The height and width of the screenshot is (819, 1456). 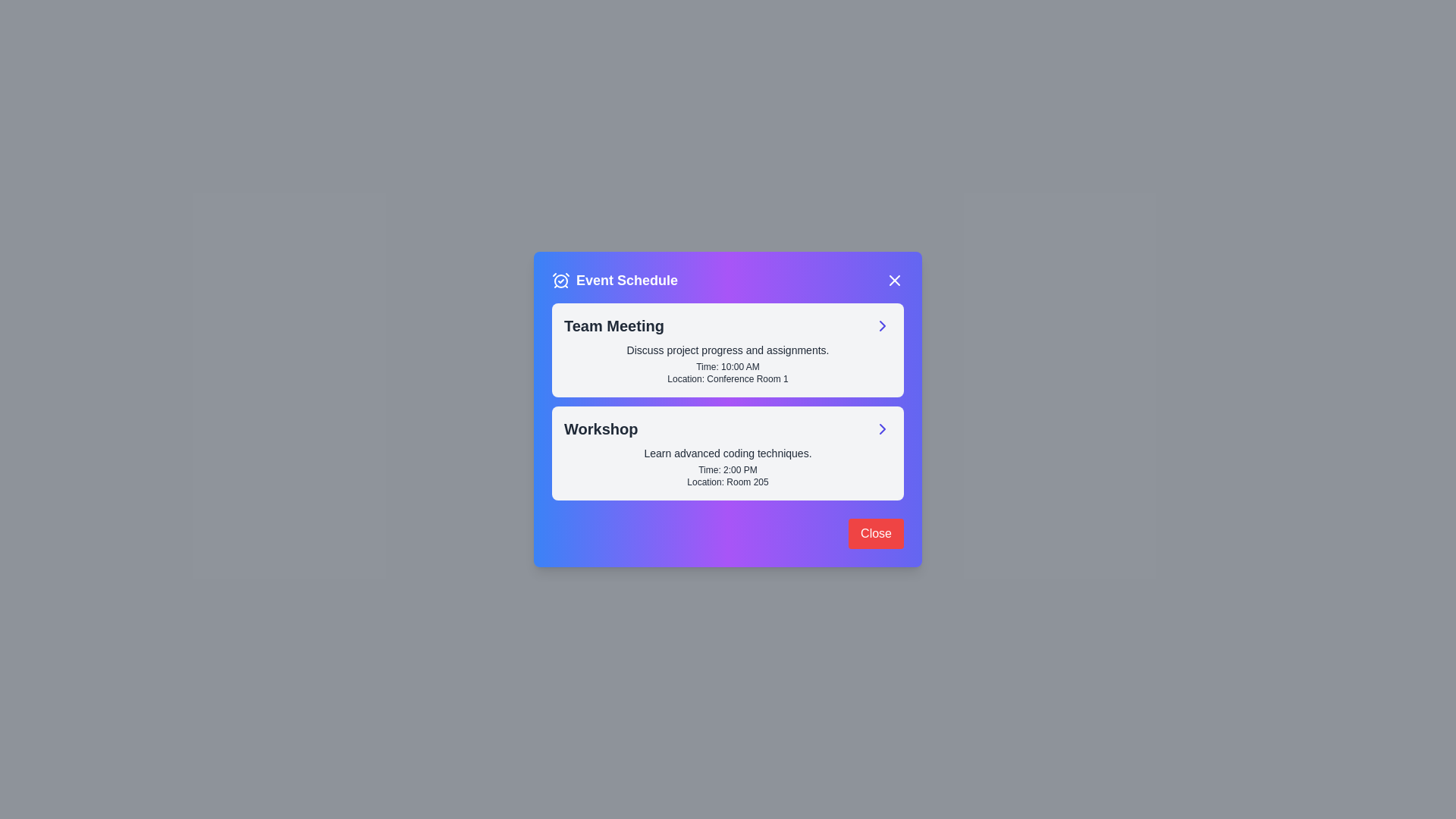 What do you see at coordinates (882, 325) in the screenshot?
I see `the event Team Meeting by clicking on its corresponding area` at bounding box center [882, 325].